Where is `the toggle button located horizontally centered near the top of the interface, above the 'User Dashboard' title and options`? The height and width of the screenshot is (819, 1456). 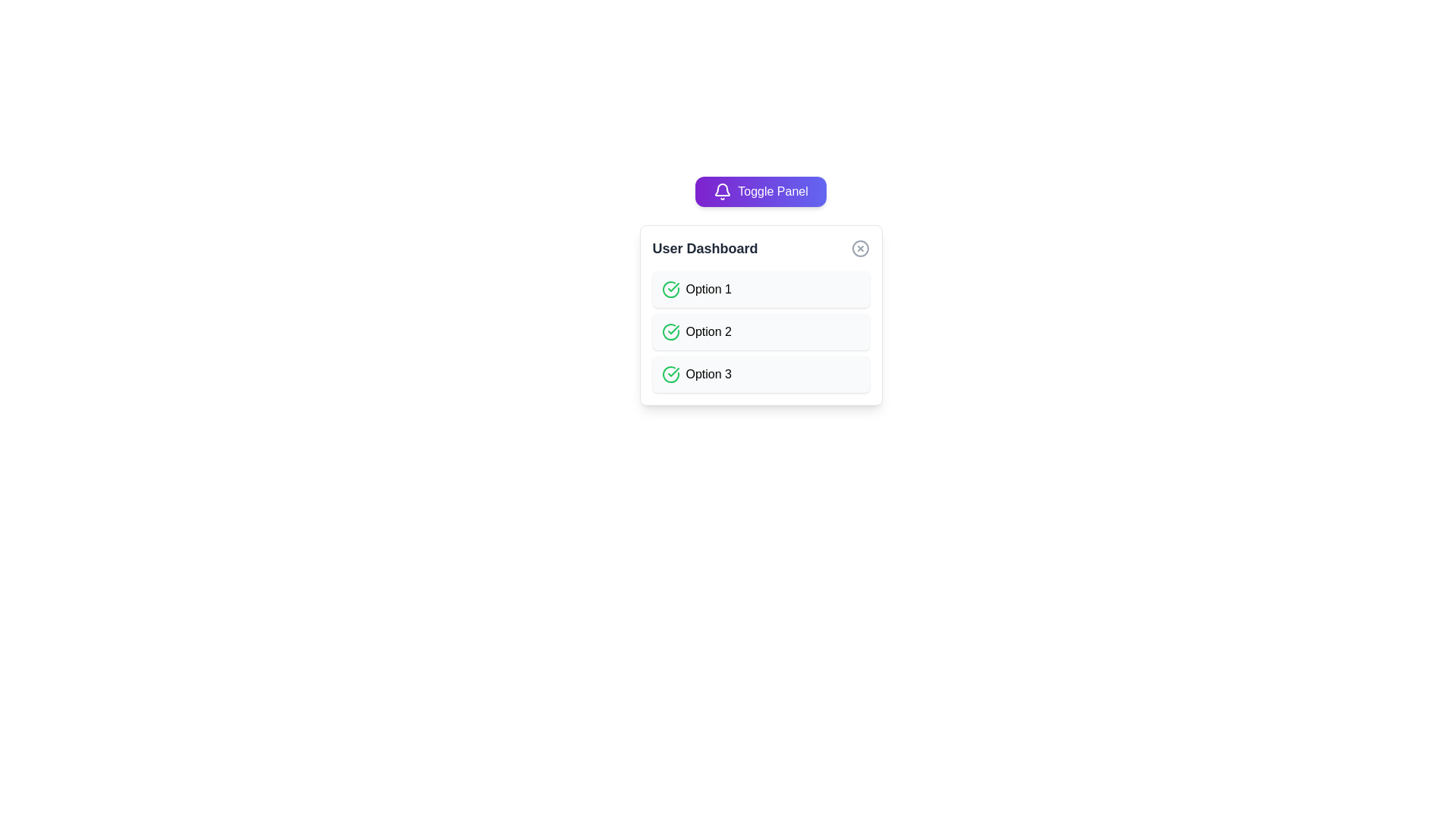
the toggle button located horizontally centered near the top of the interface, above the 'User Dashboard' title and options is located at coordinates (761, 191).